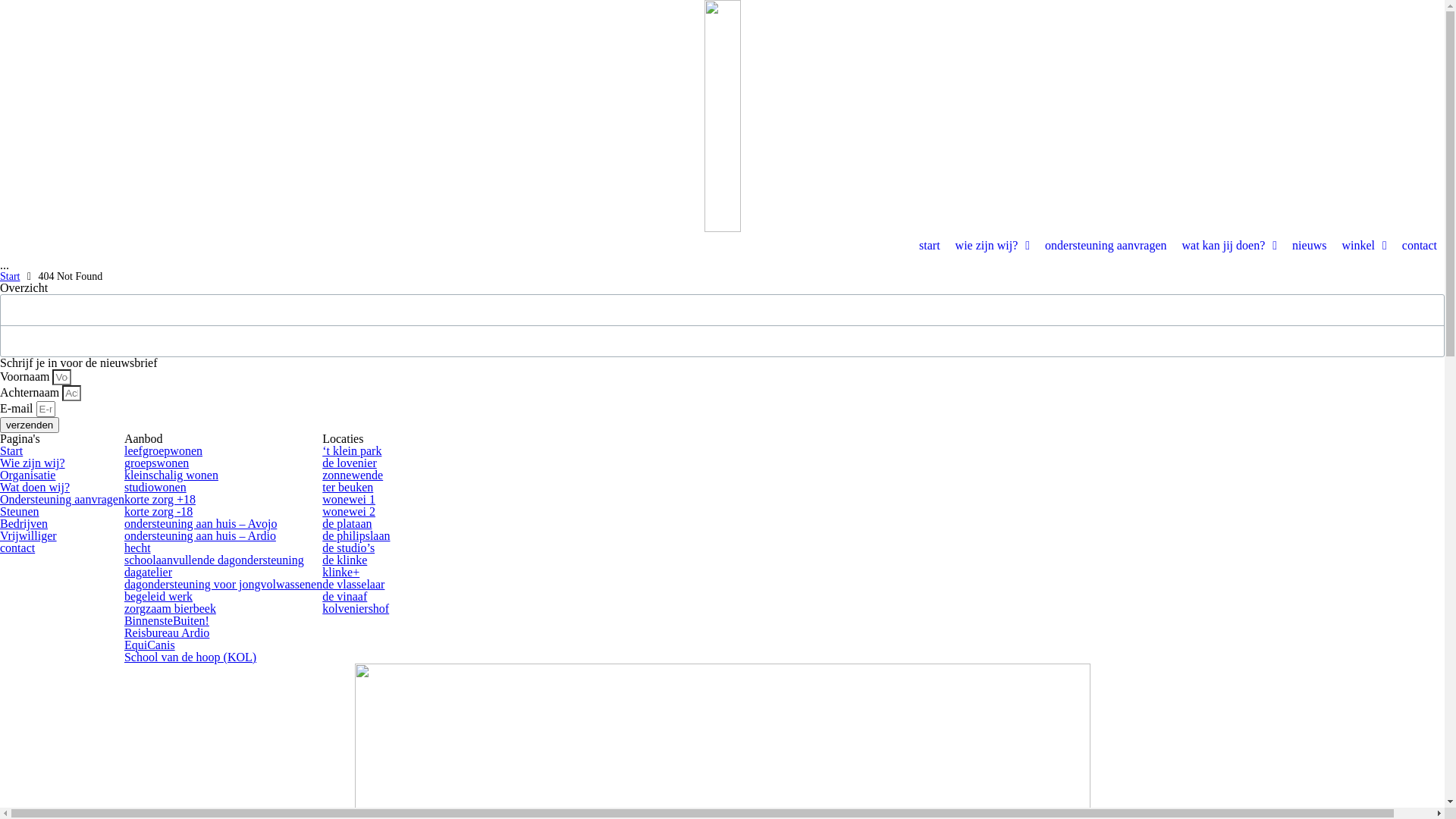  What do you see at coordinates (1284, 245) in the screenshot?
I see `'nieuws'` at bounding box center [1284, 245].